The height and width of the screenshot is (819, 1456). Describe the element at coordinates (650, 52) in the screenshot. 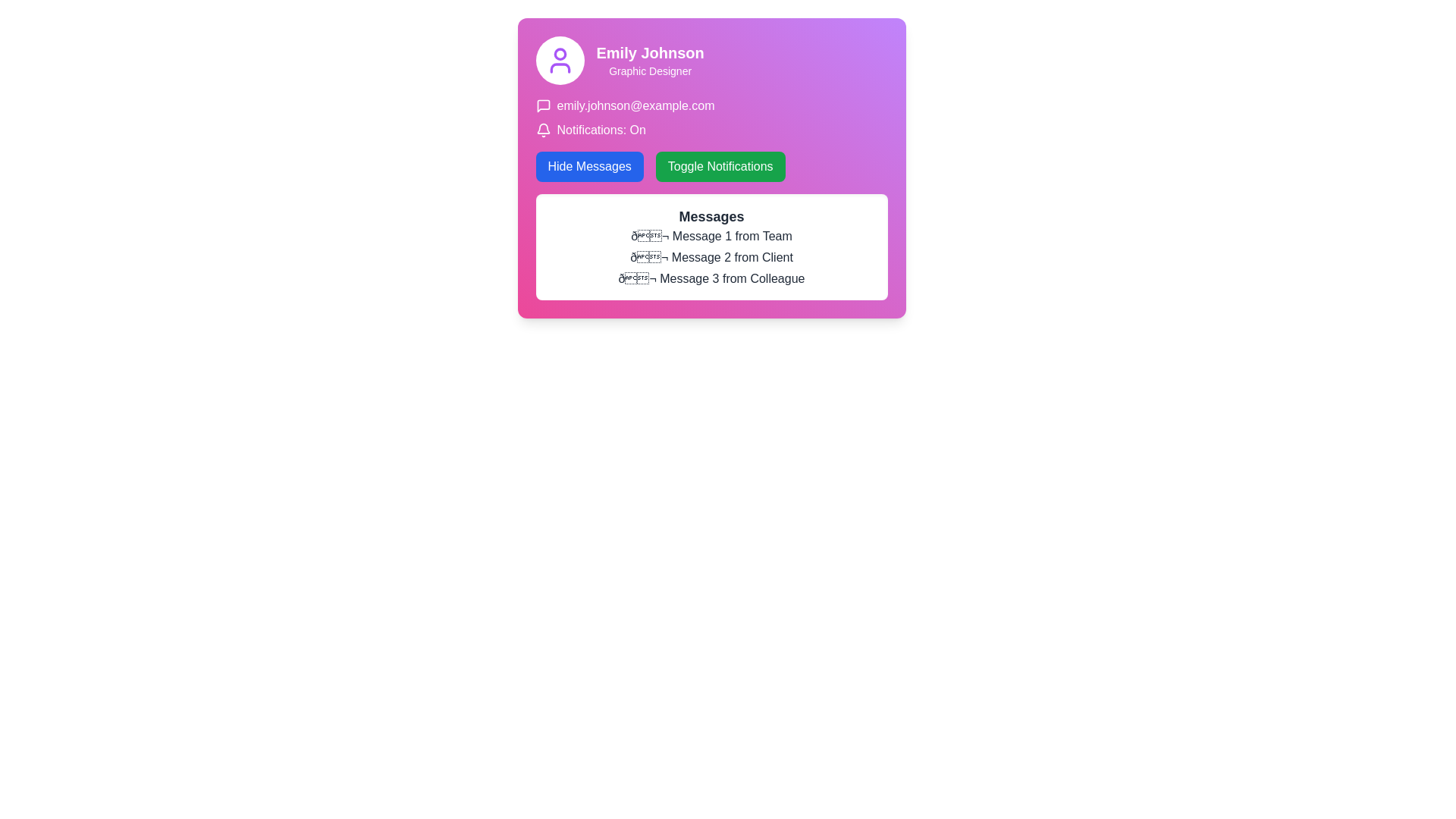

I see `the header displaying 'Emily Johnson', which is the primary identifier for the user information, positioned above the text 'Graphic Designer' and aligned next to a user profile icon` at that location.